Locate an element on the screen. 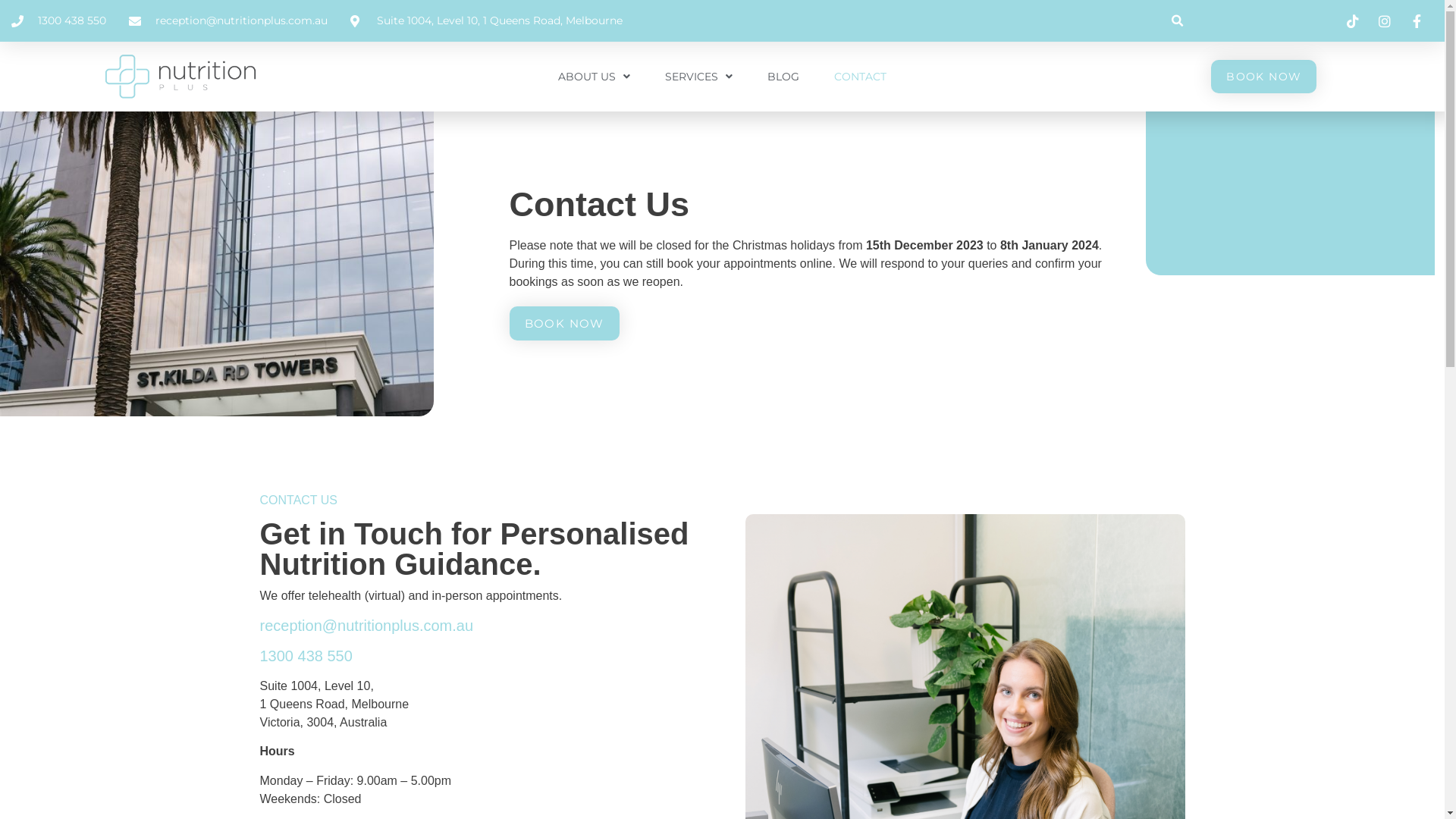 This screenshot has height=819, width=1456. 'BOOK NOW' is located at coordinates (1263, 76).